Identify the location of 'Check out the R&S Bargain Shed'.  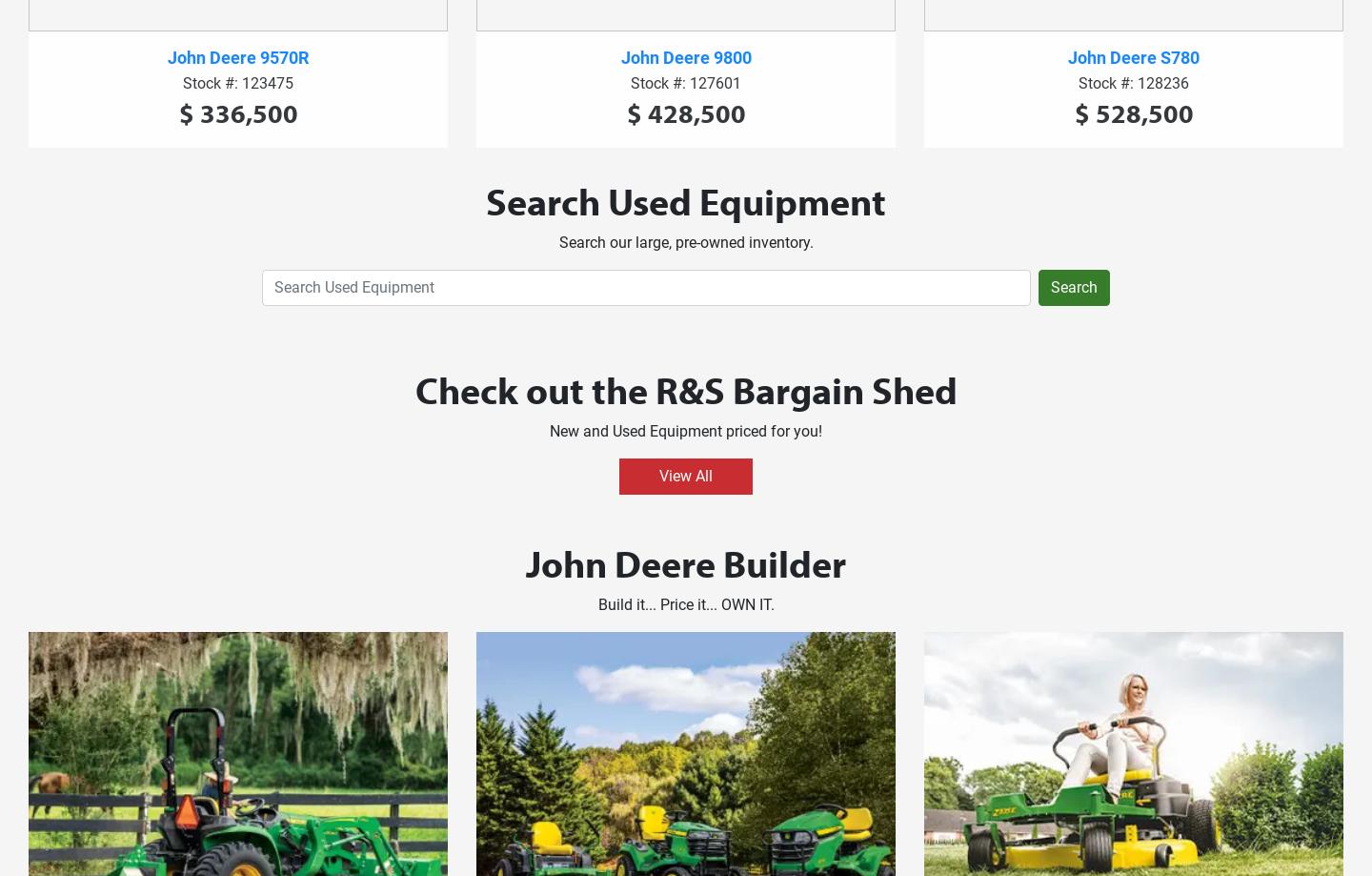
(685, 389).